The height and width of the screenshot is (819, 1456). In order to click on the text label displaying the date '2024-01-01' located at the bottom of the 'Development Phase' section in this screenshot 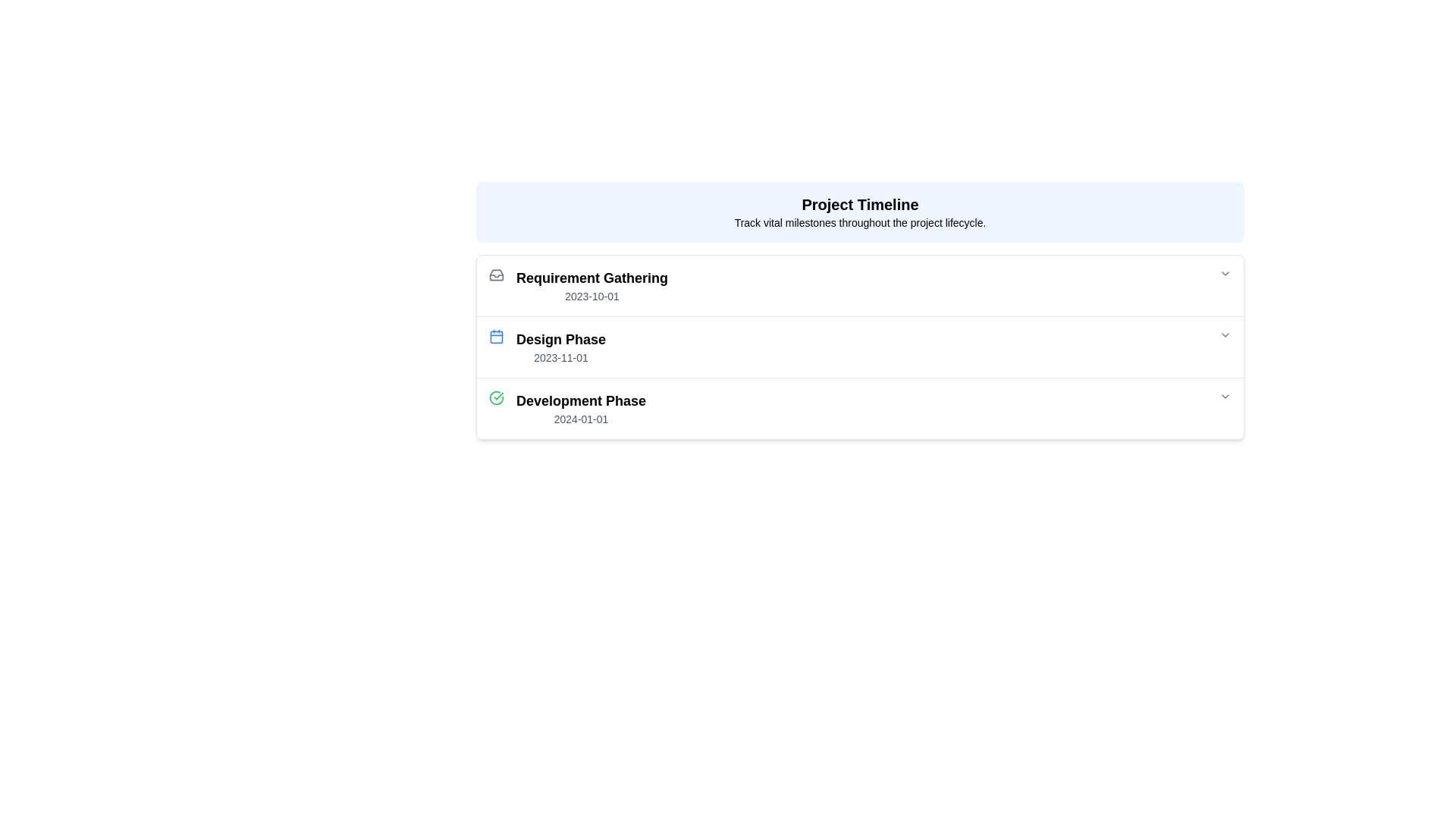, I will do `click(580, 419)`.